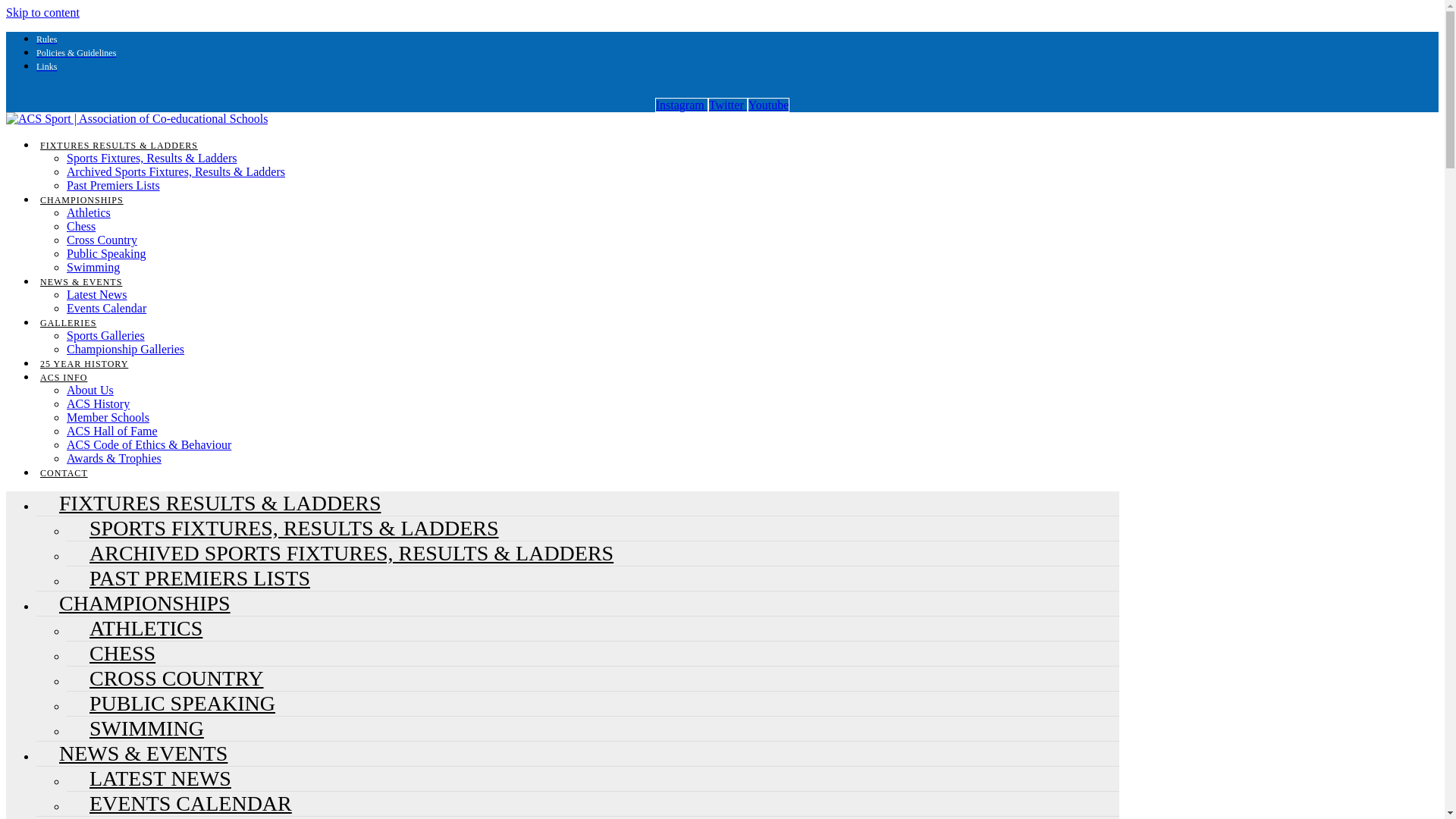  I want to click on 'Awards & Trophies', so click(65, 457).